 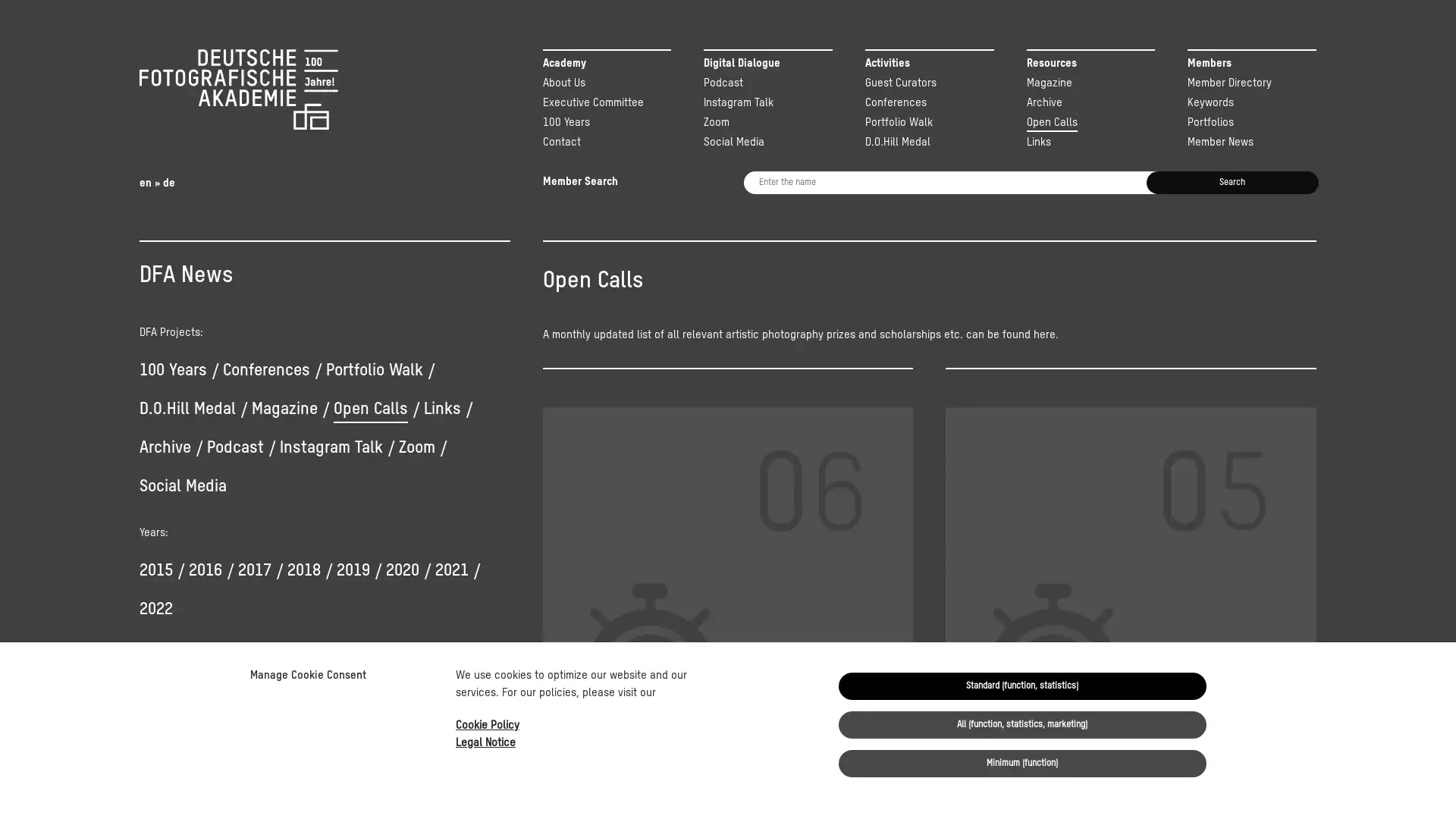 What do you see at coordinates (371, 409) in the screenshot?
I see `Open Calls` at bounding box center [371, 409].